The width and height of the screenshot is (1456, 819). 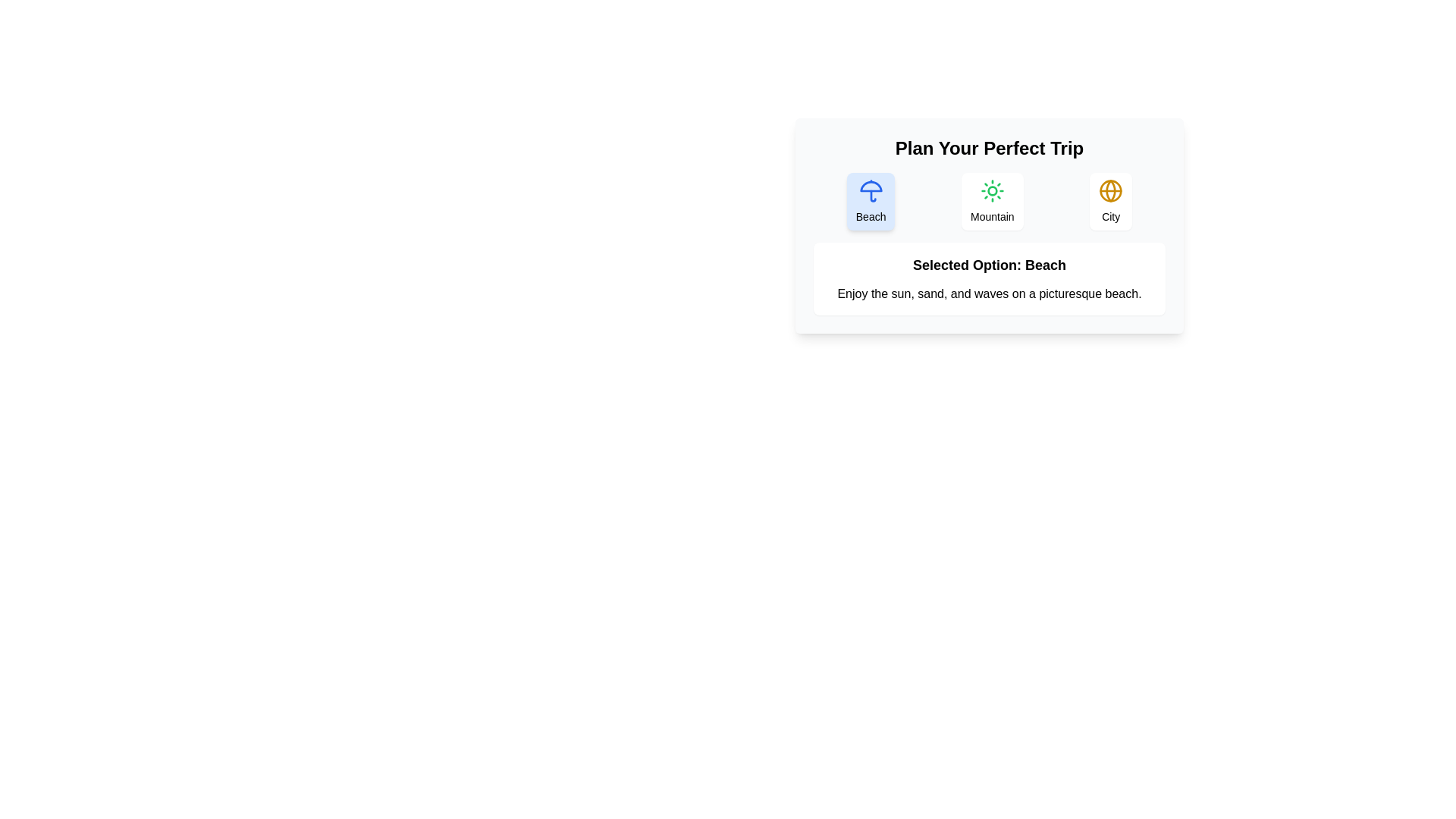 I want to click on the 'City' category selection button located at the rightmost position within a group of three buttons, so click(x=1111, y=201).